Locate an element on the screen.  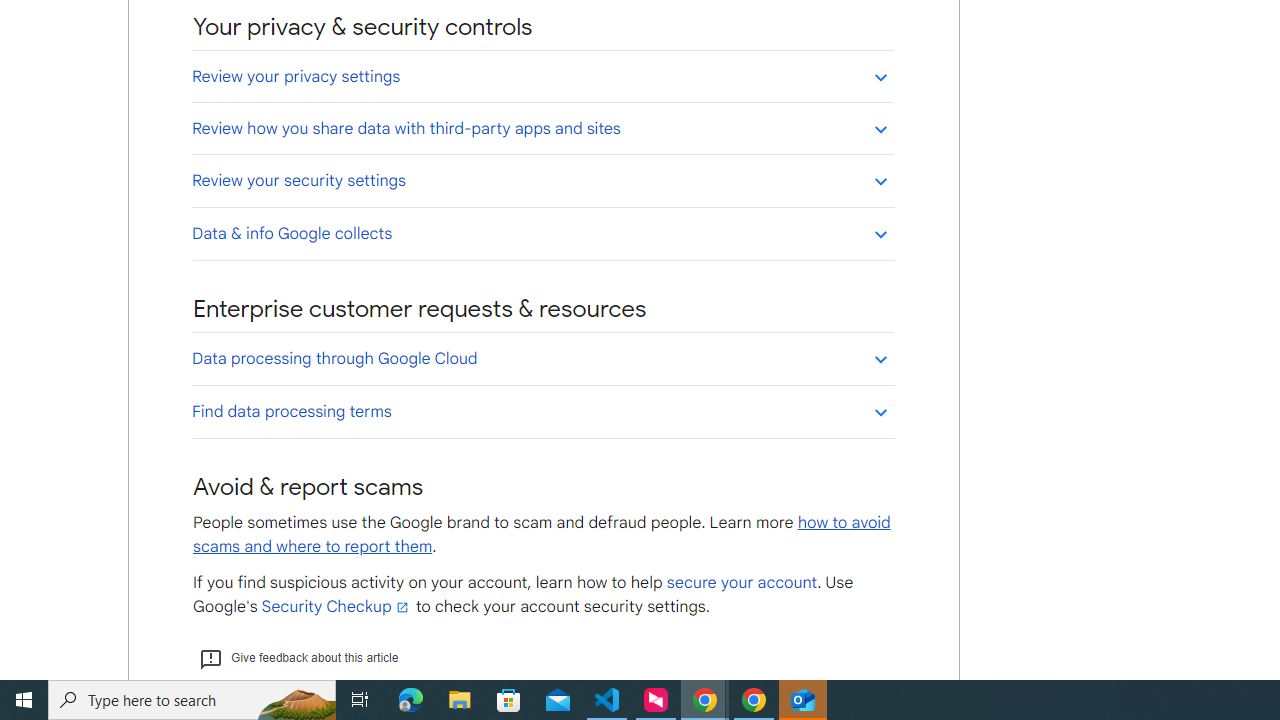
'Data processing through Google Cloud' is located at coordinates (542, 357).